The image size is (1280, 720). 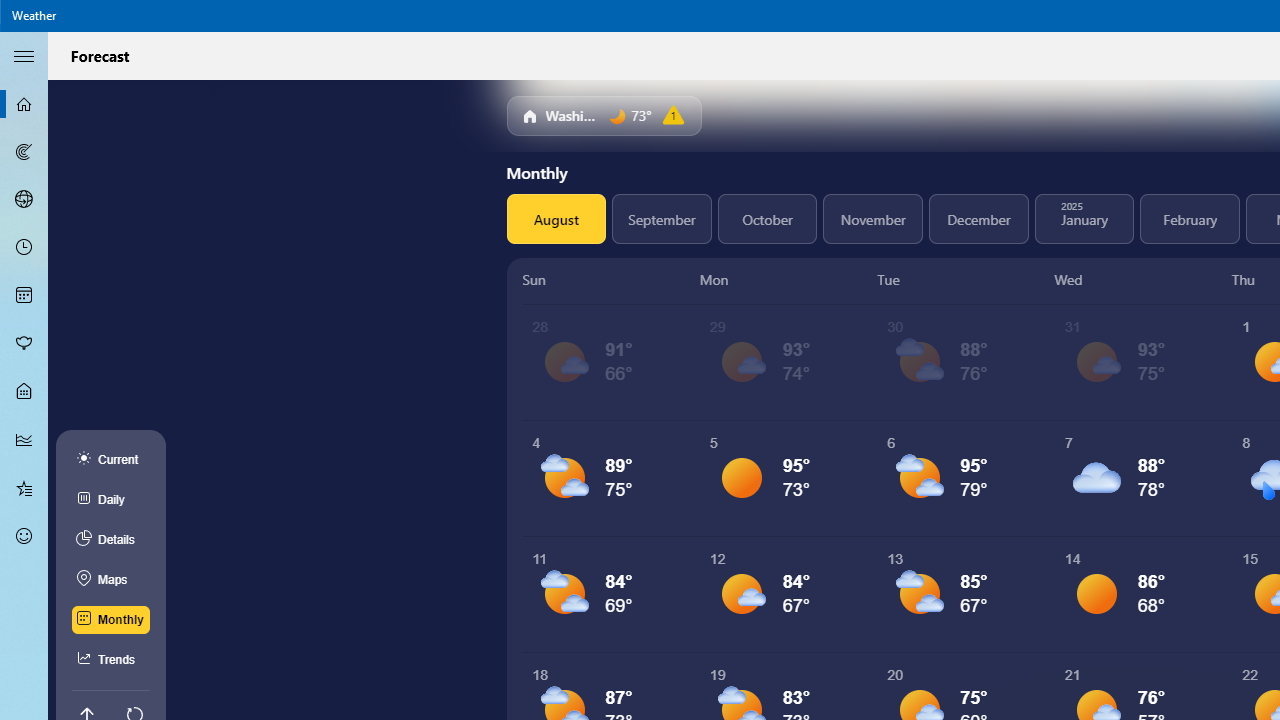 I want to click on 'Forecast - Not Selected', so click(x=24, y=104).